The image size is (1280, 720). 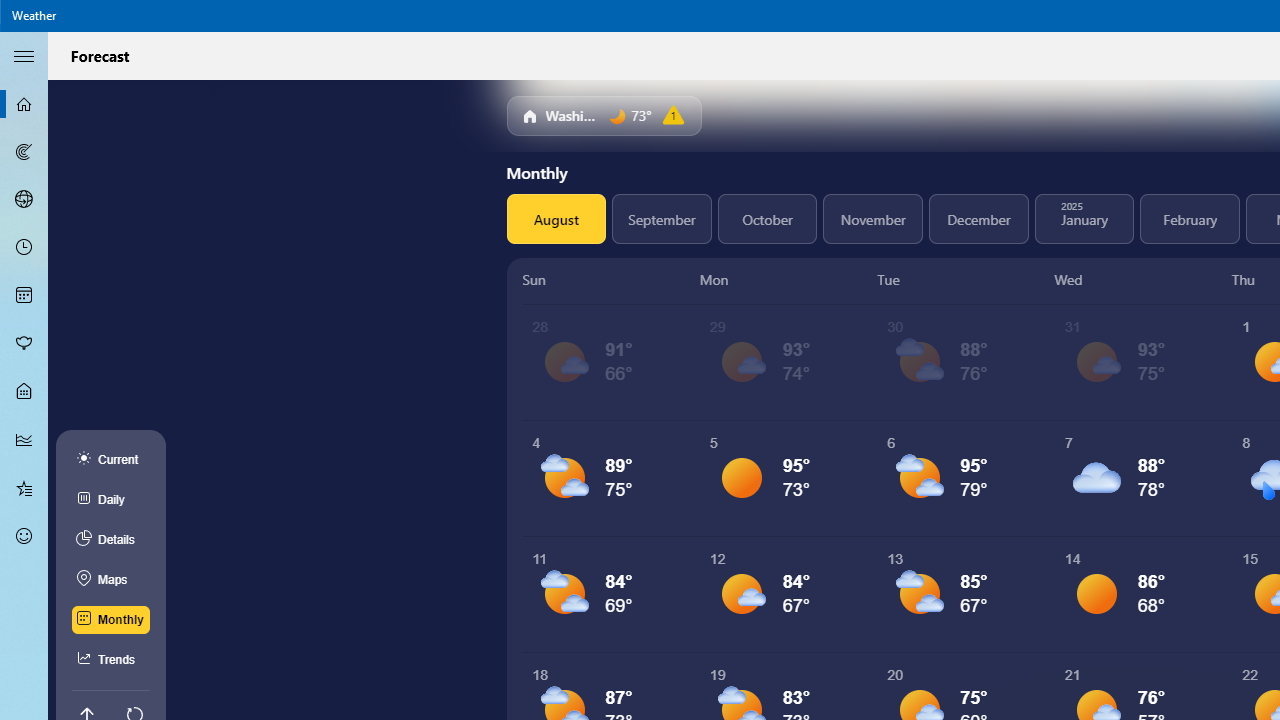 I want to click on 'Forecast - Not Selected', so click(x=24, y=104).